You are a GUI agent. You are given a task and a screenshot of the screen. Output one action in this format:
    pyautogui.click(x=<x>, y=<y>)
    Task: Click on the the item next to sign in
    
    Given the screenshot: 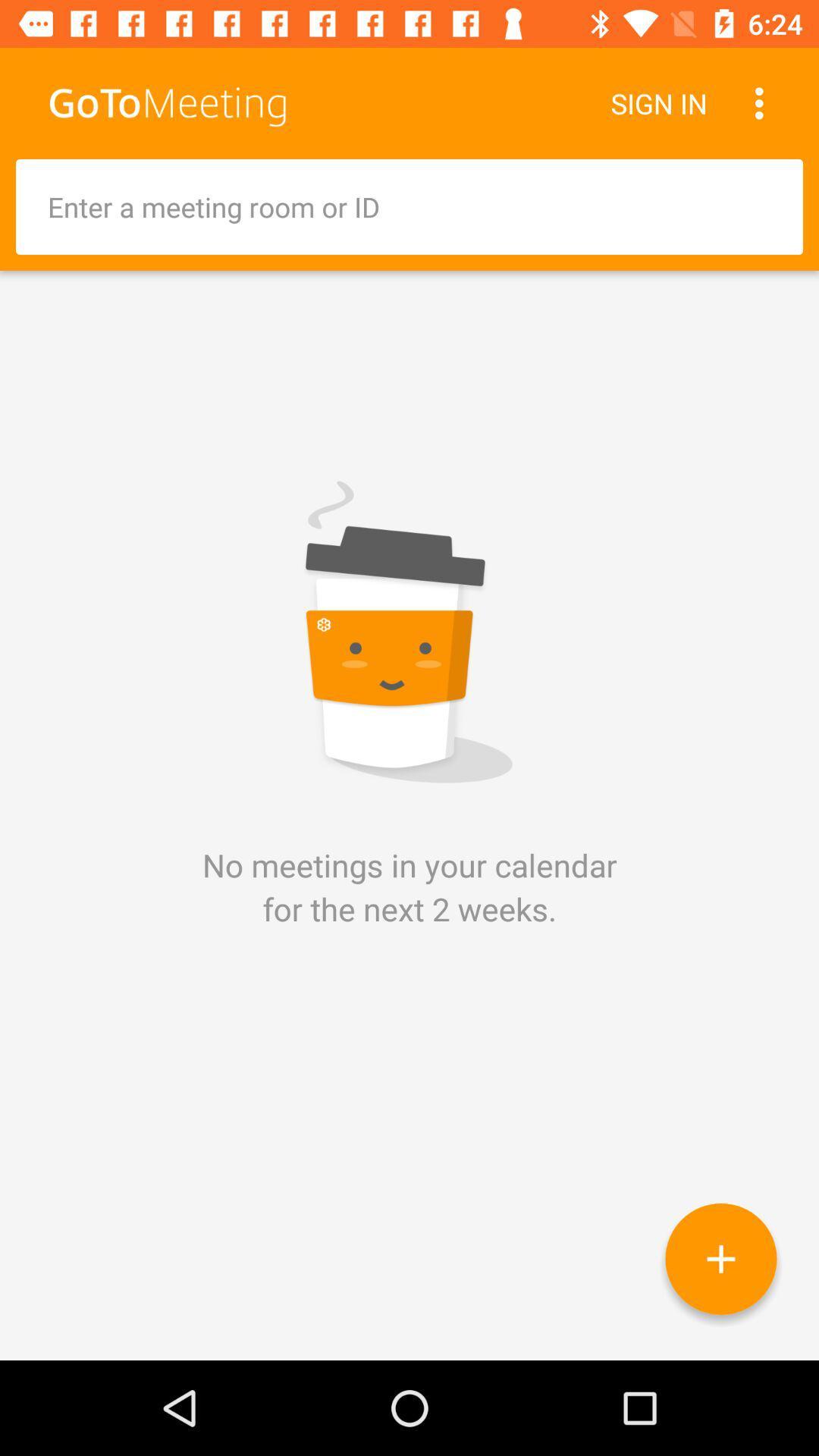 What is the action you would take?
    pyautogui.click(x=763, y=102)
    